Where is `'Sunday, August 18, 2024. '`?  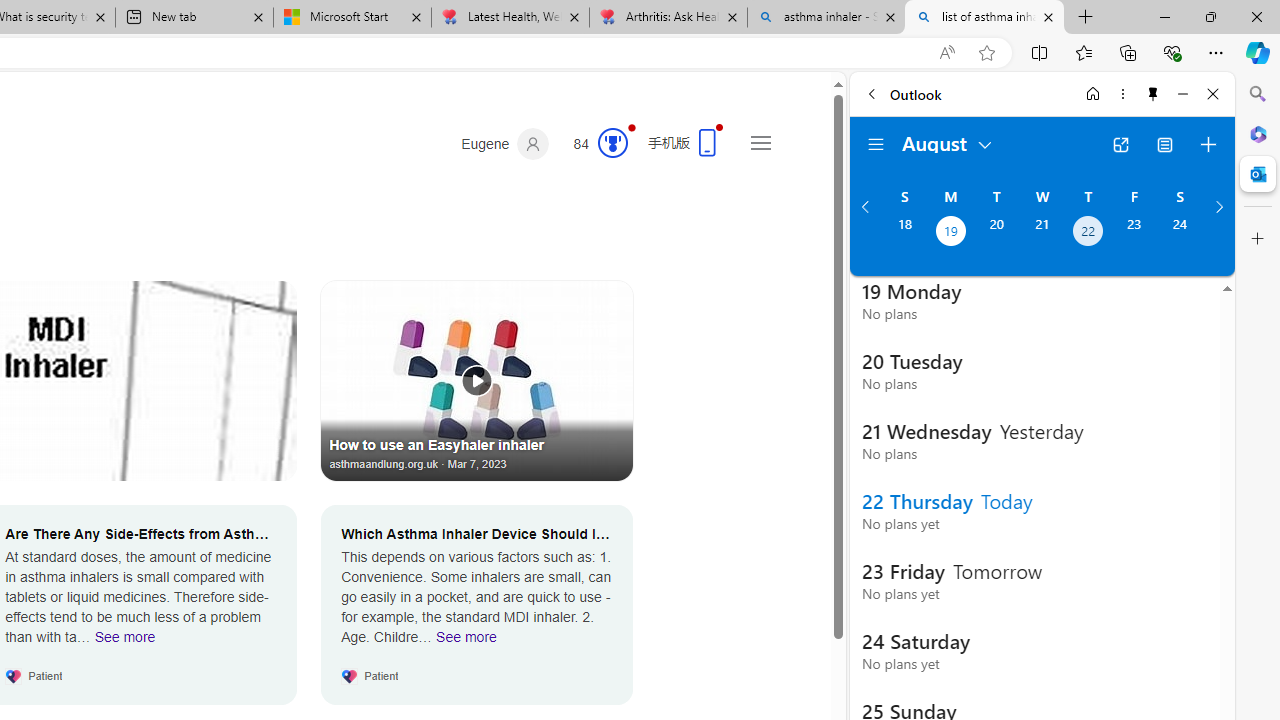 'Sunday, August 18, 2024. ' is located at coordinates (903, 232).